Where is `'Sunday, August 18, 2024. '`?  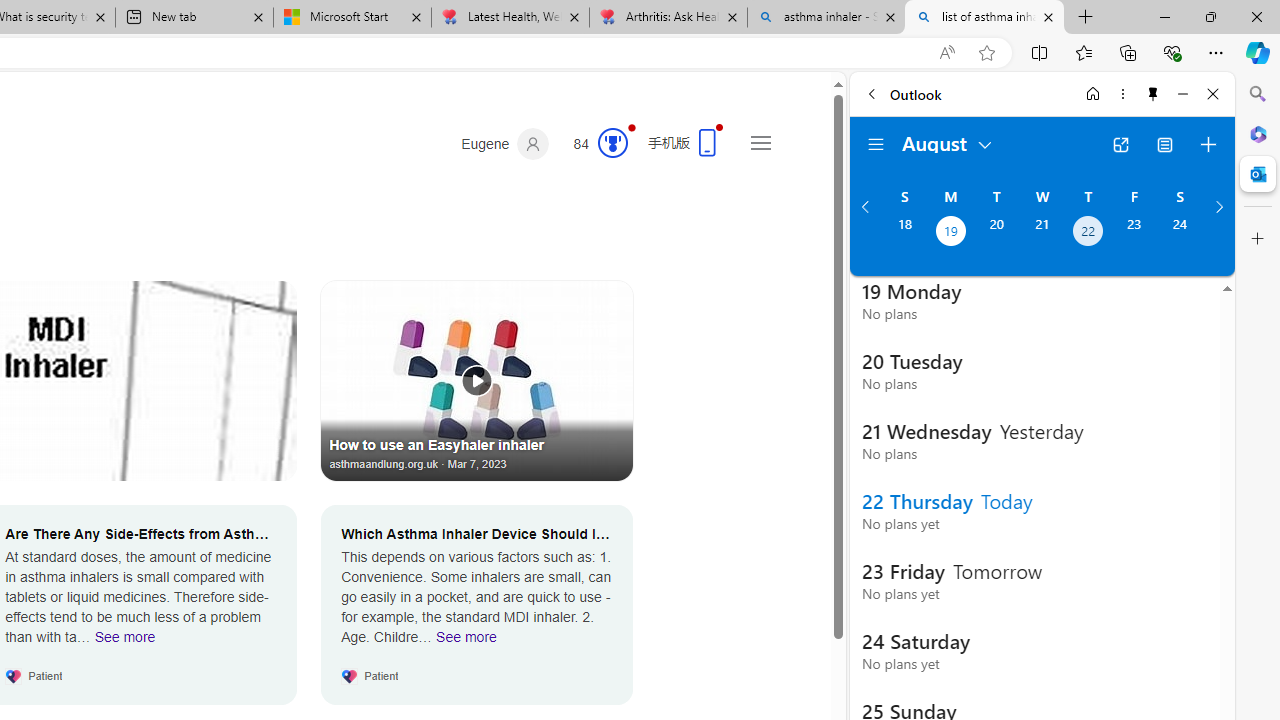 'Sunday, August 18, 2024. ' is located at coordinates (903, 232).